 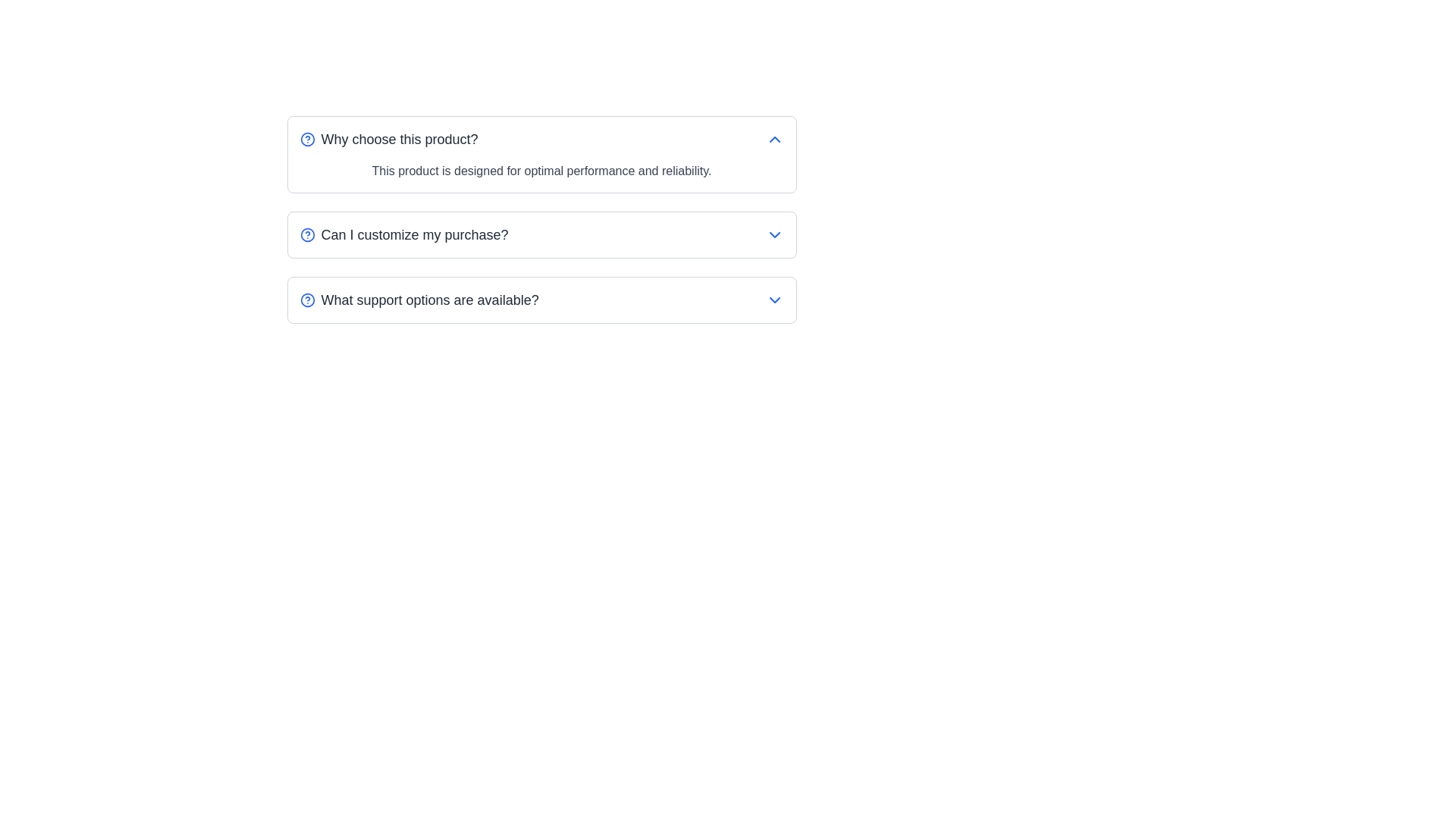 I want to click on the Interactive FAQ question toggle containing the blue question icon and the text 'Can I customize my purchase?' to expand or collapse additional content, so click(x=403, y=234).